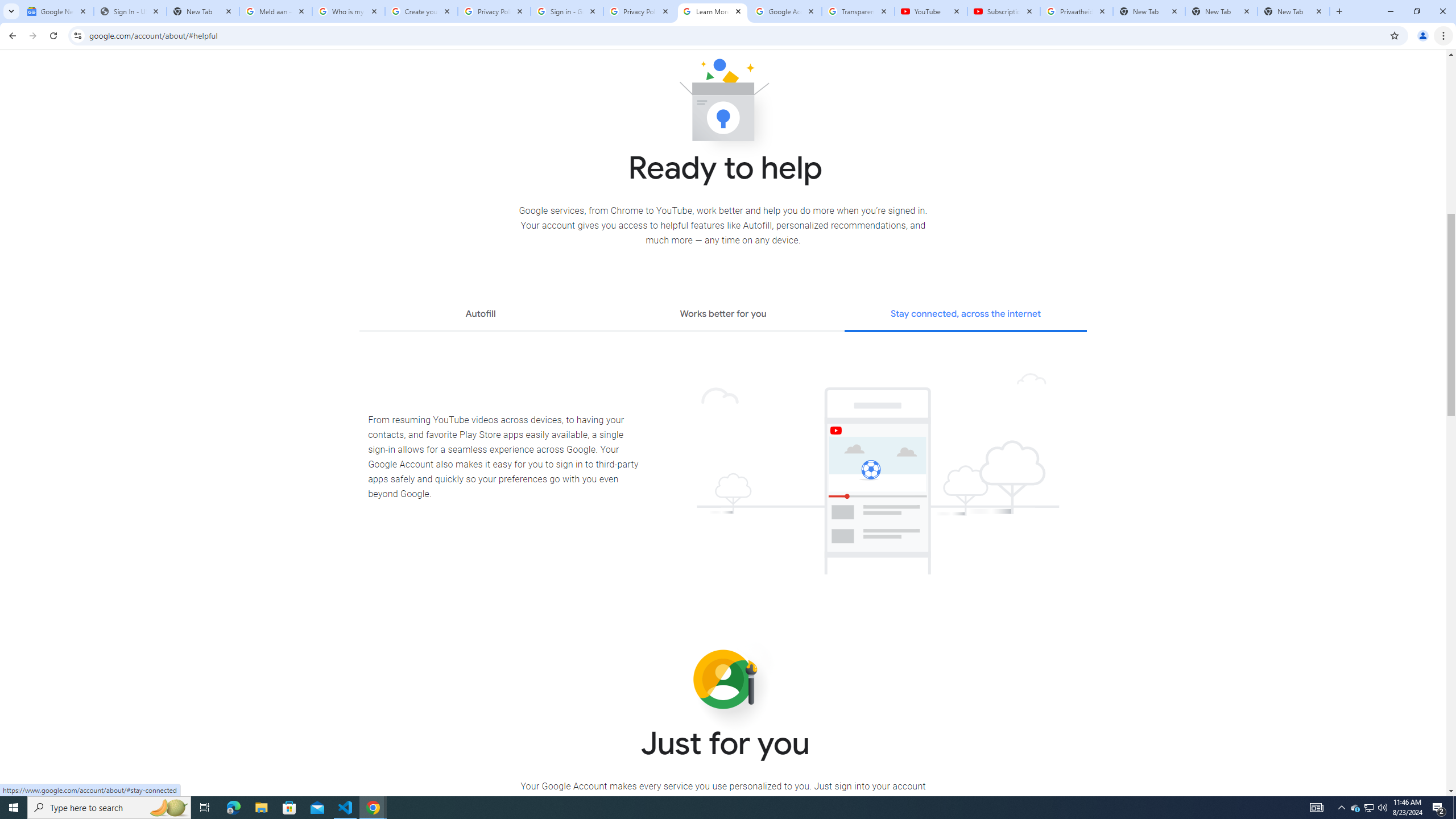 This screenshot has height=819, width=1456. I want to click on 'Google News', so click(57, 11).